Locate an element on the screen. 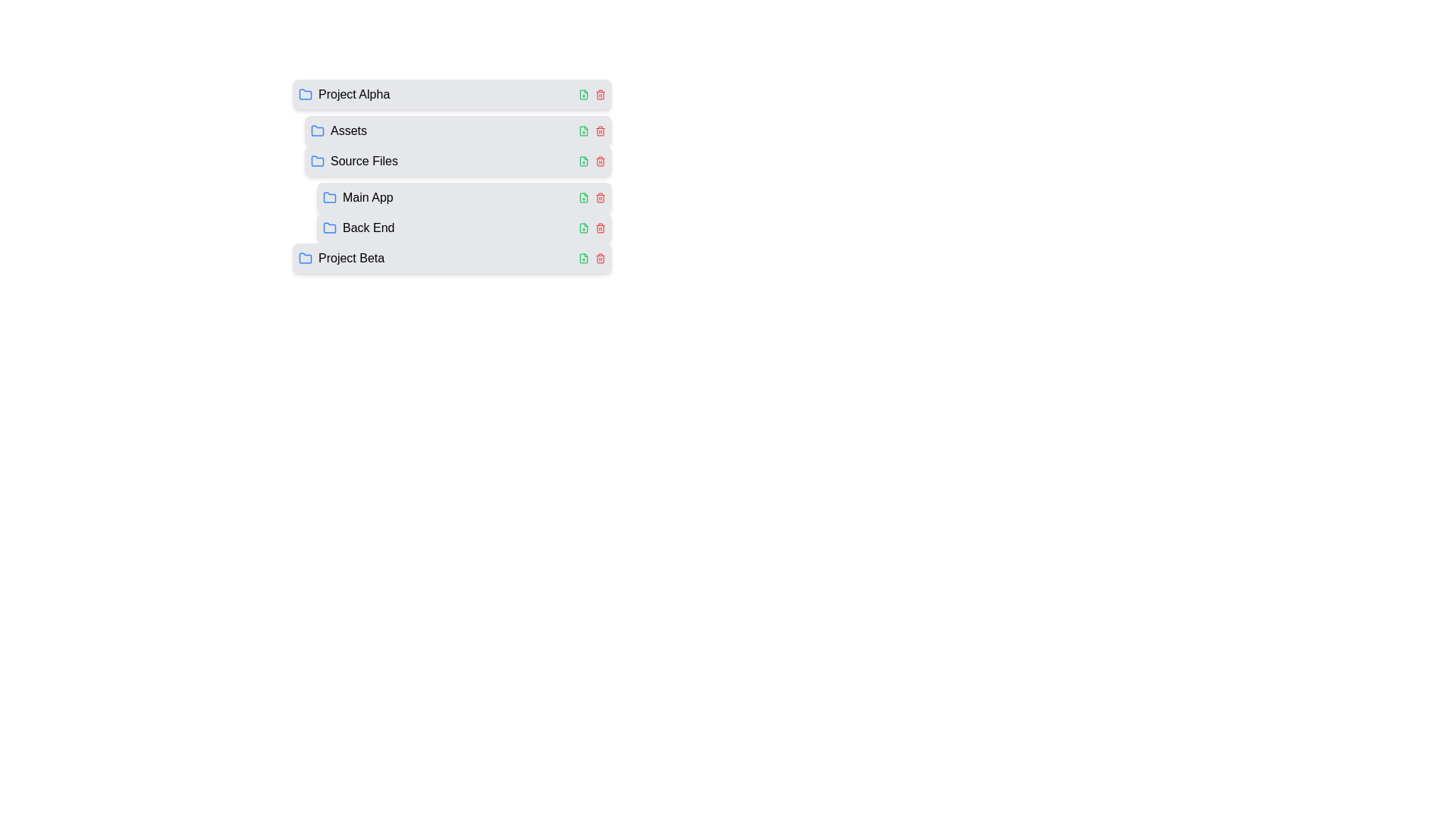  the text label representing a section identifier in the directory structure located under 'Source Files' and above 'Back End' is located at coordinates (368, 197).